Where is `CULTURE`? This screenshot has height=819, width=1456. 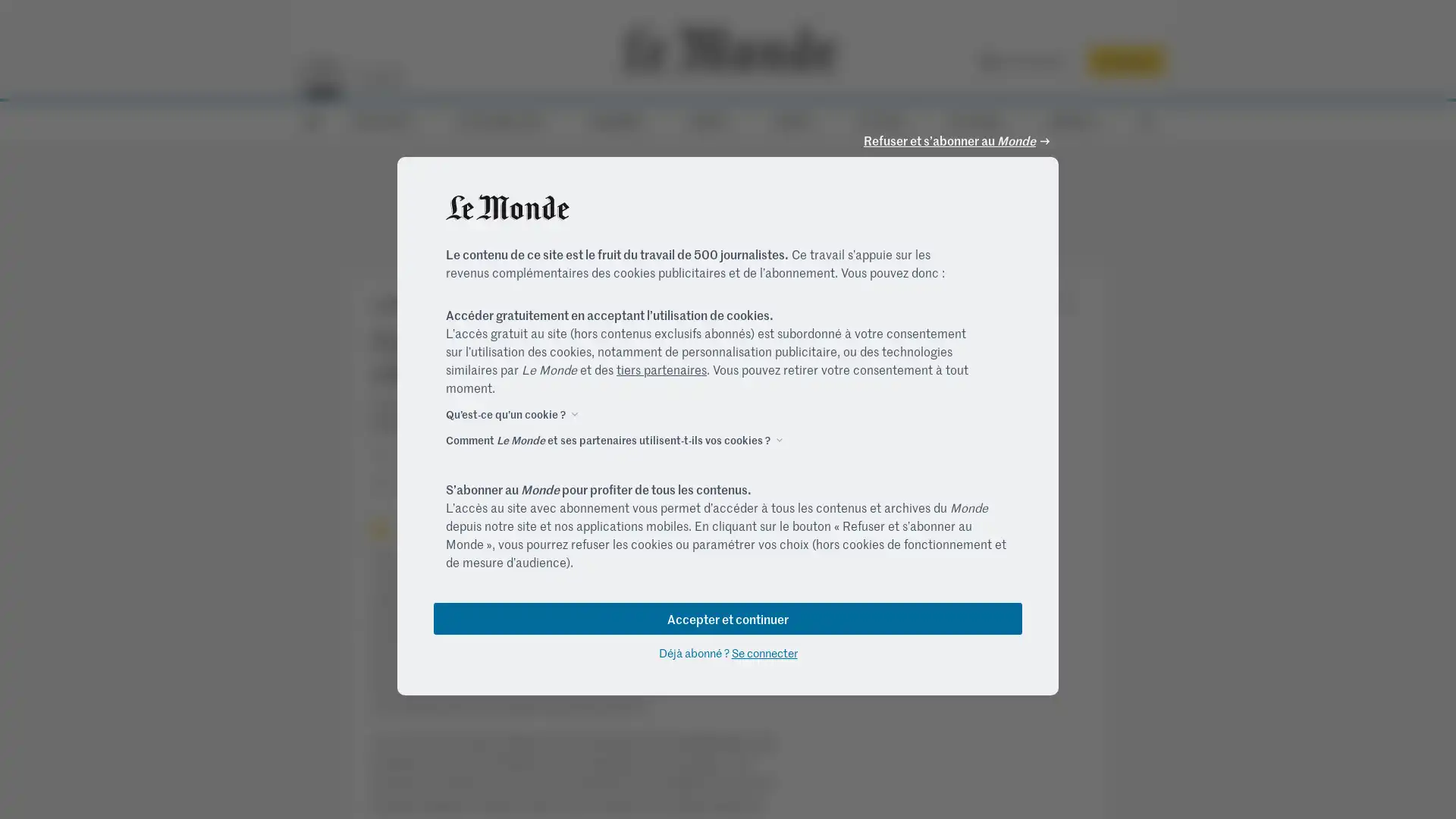 CULTURE is located at coordinates (888, 120).